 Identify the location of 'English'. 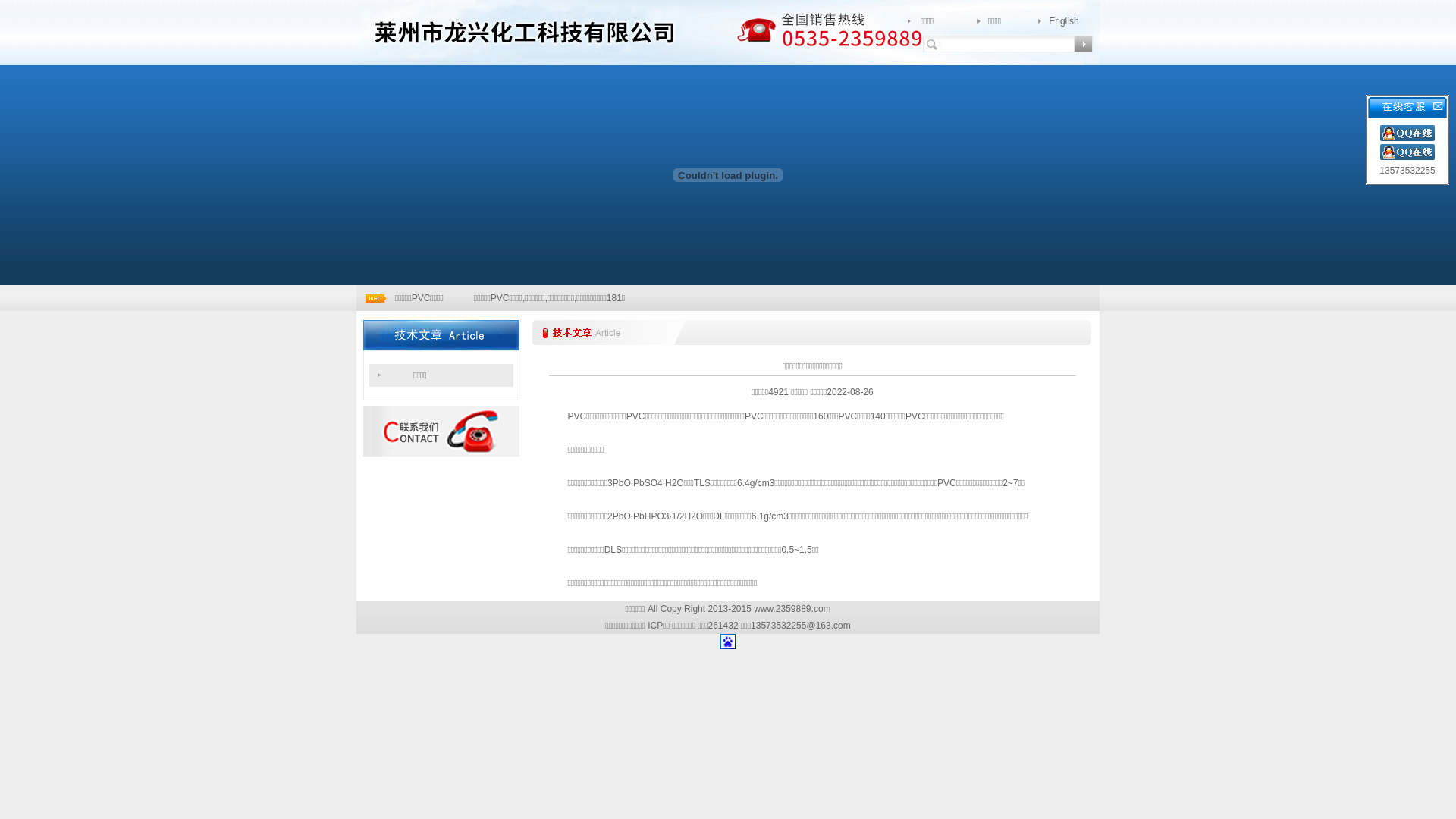
(1062, 20).